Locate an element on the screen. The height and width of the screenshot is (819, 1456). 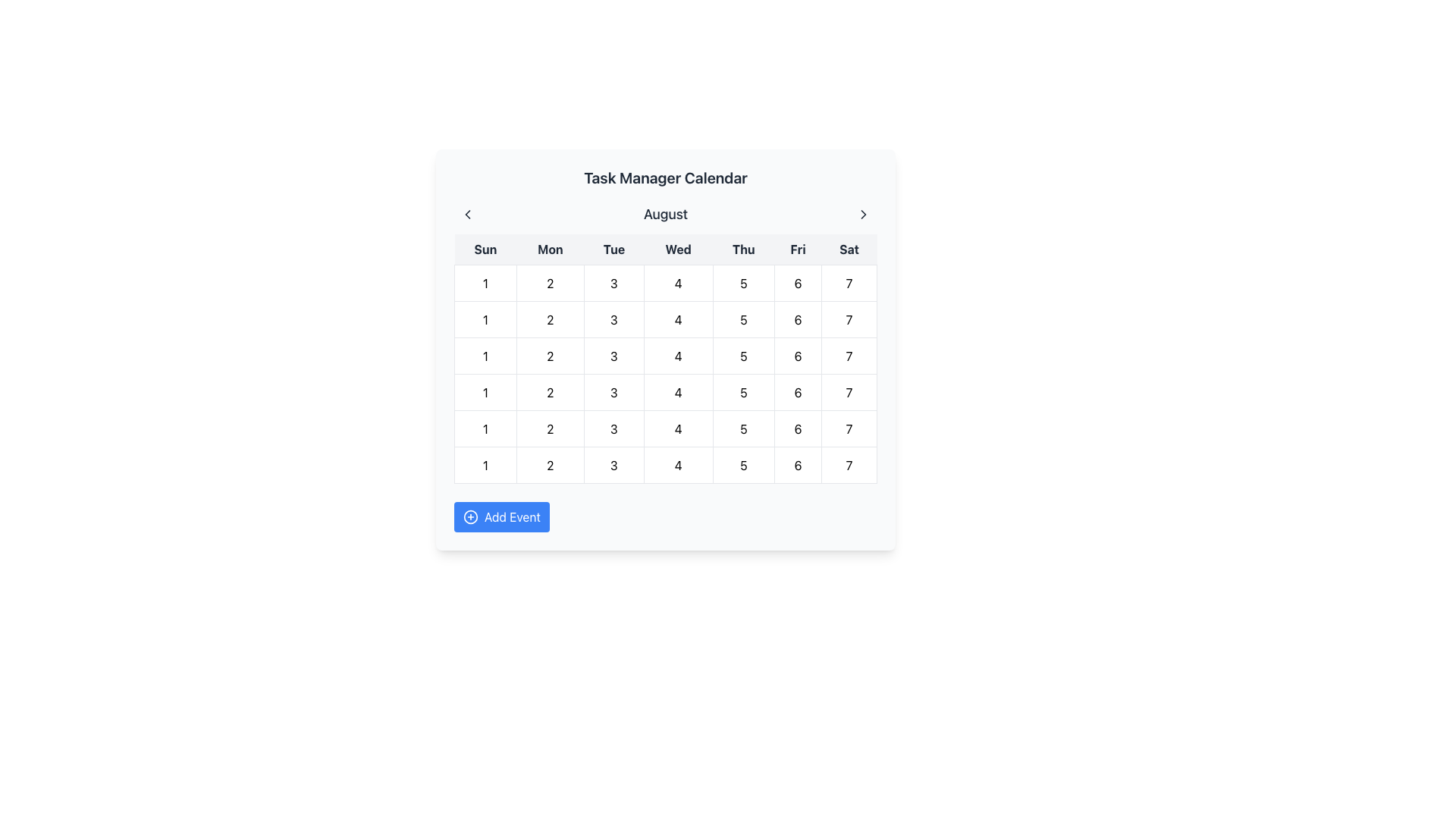
the text label representing the 5th day in the calendar grid under 'Task Manager Calendar' for the month of August, specifically located in the first week's row and Thursday's column is located at coordinates (743, 464).